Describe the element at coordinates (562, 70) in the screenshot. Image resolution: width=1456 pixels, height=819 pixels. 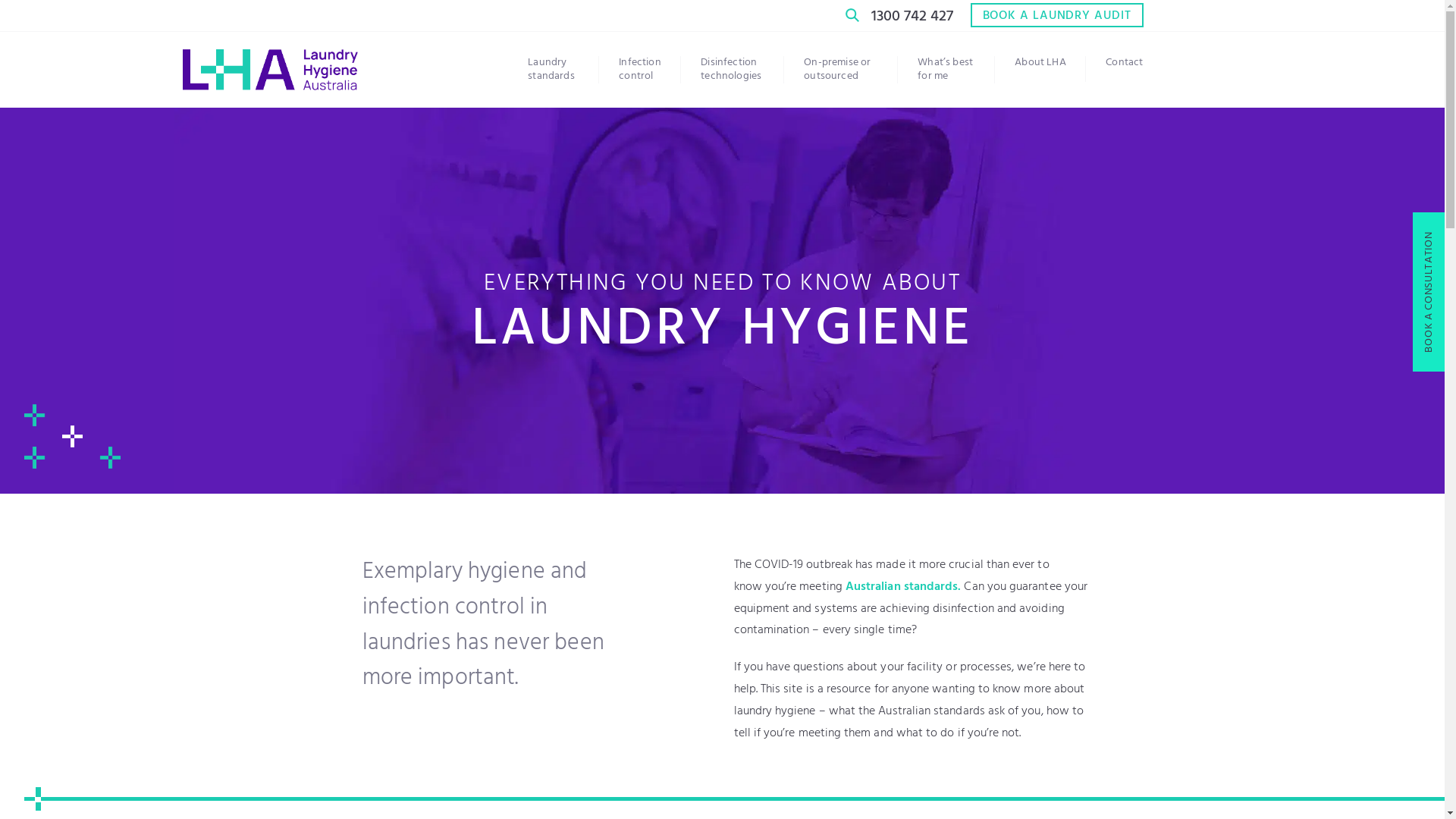
I see `'Laundry standards'` at that location.